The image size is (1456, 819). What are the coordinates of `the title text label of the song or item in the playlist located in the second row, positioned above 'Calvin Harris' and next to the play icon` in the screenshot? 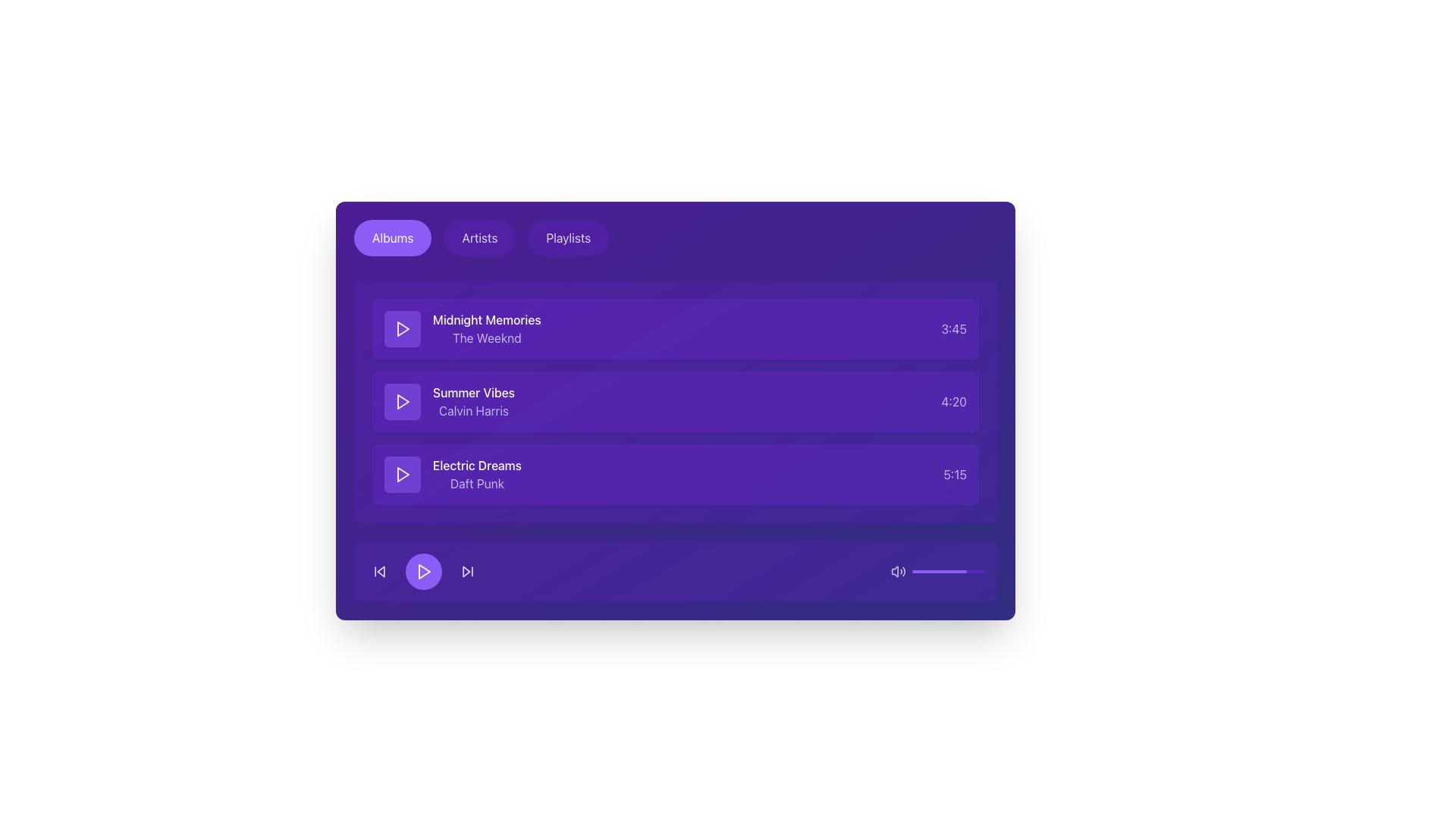 It's located at (472, 391).